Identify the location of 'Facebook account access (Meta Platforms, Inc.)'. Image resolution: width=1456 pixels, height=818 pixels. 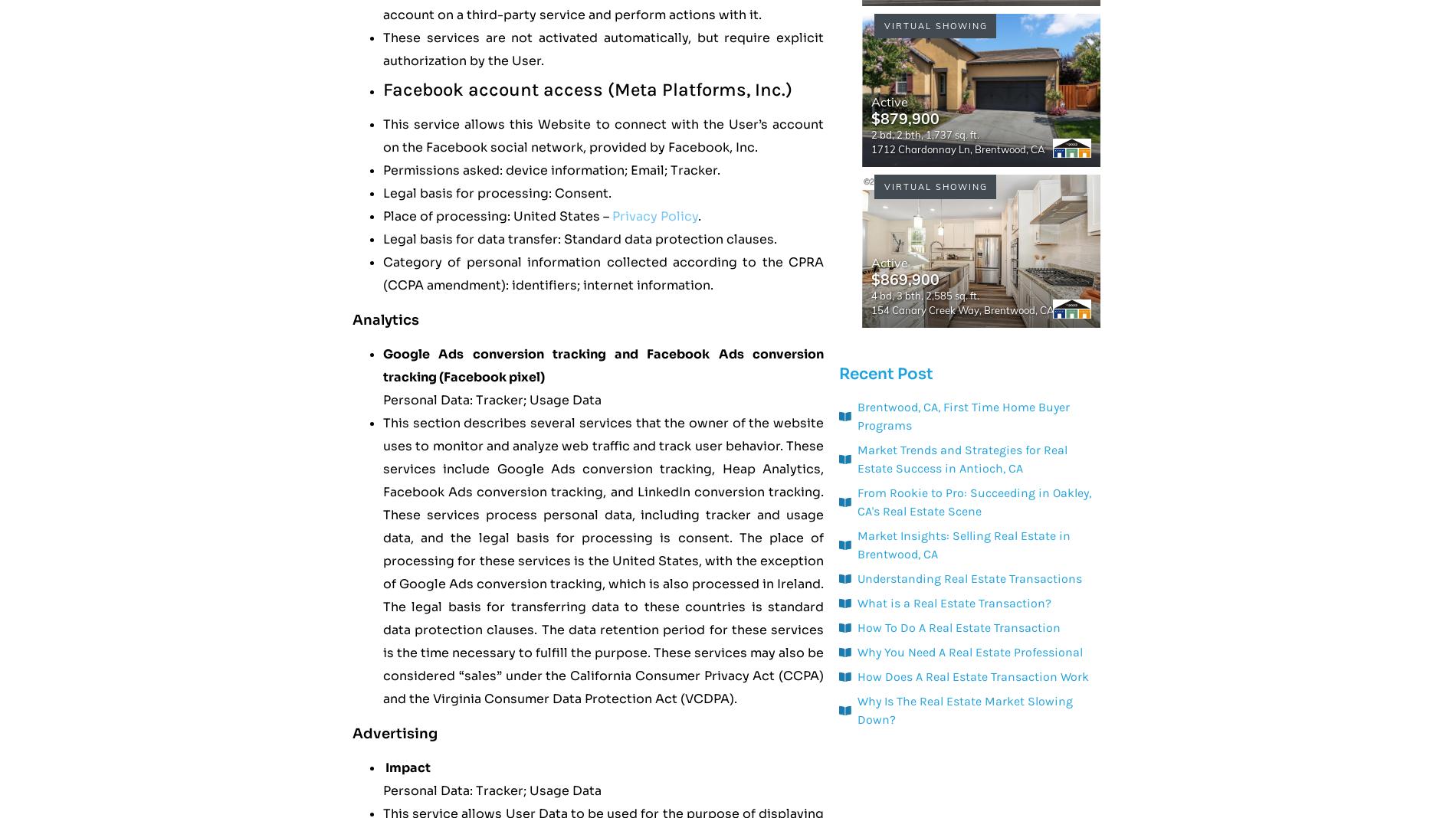
(587, 89).